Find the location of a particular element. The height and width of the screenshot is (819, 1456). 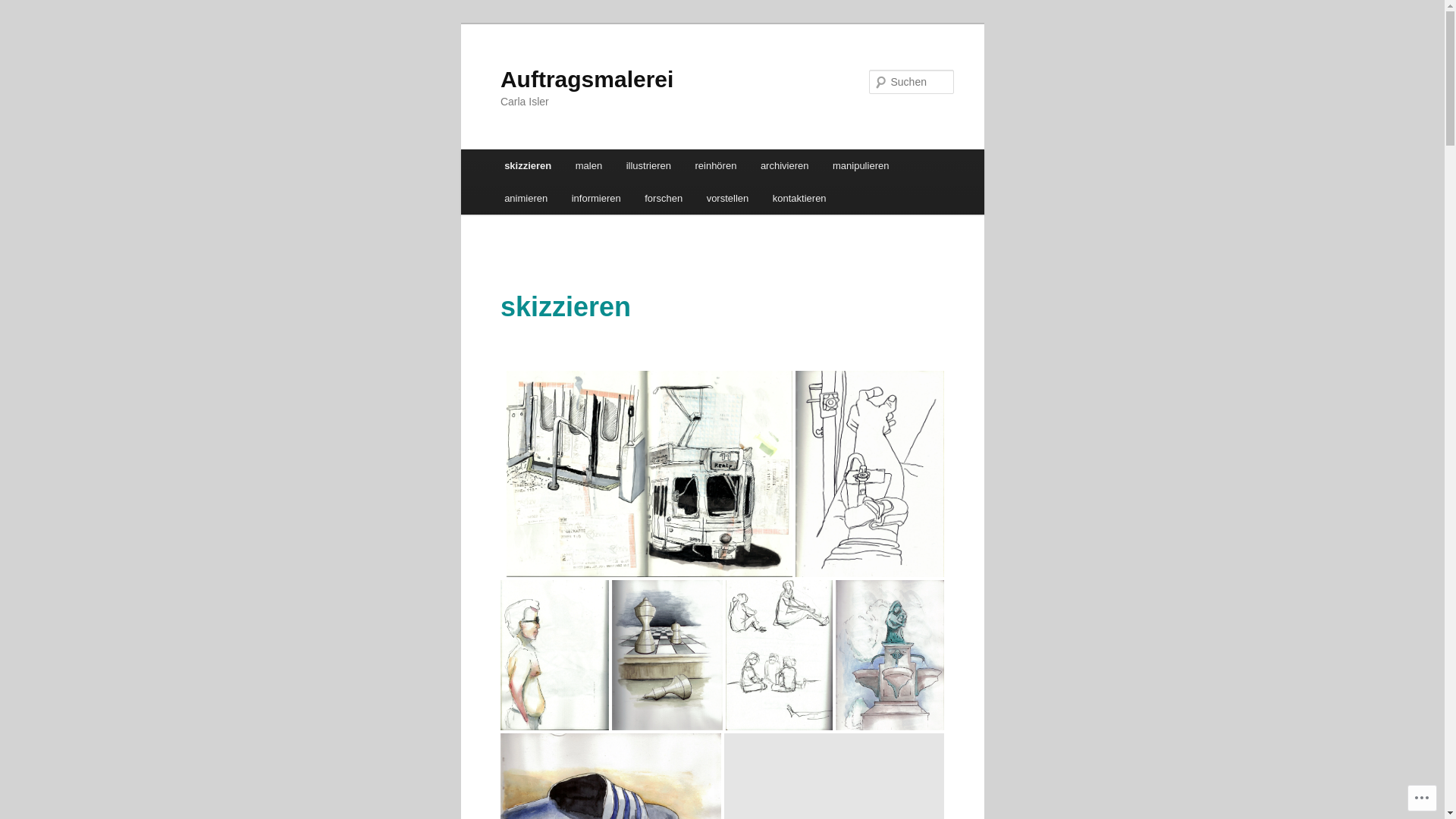

'skizzieren' is located at coordinates (491, 165).